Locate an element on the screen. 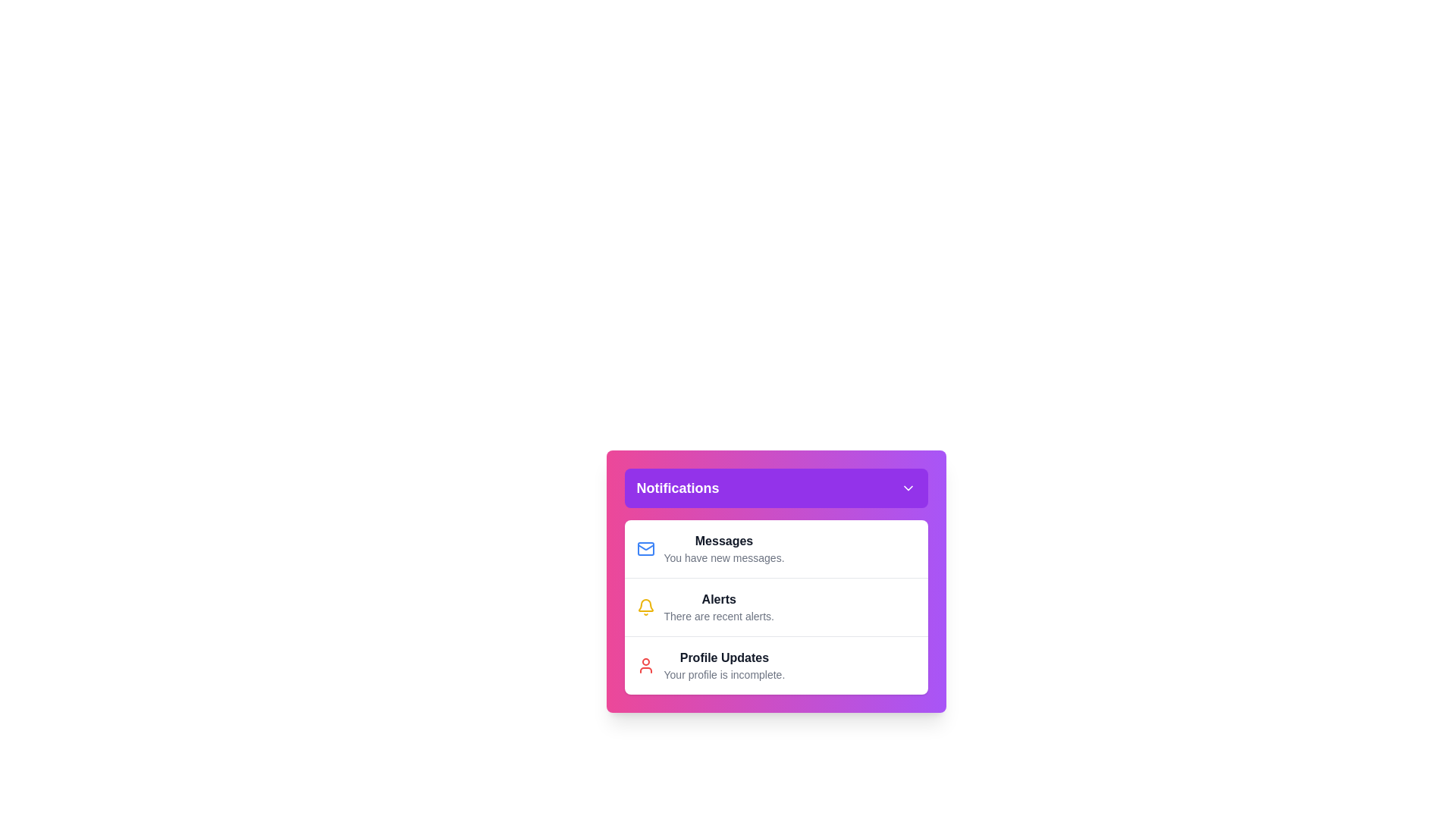 This screenshot has width=1456, height=819. the sections within the Notification panel, which features a purple gradient background and contains headlines like 'Notifications', 'Messages', 'Alerts', and 'Profile Updates' is located at coordinates (776, 581).